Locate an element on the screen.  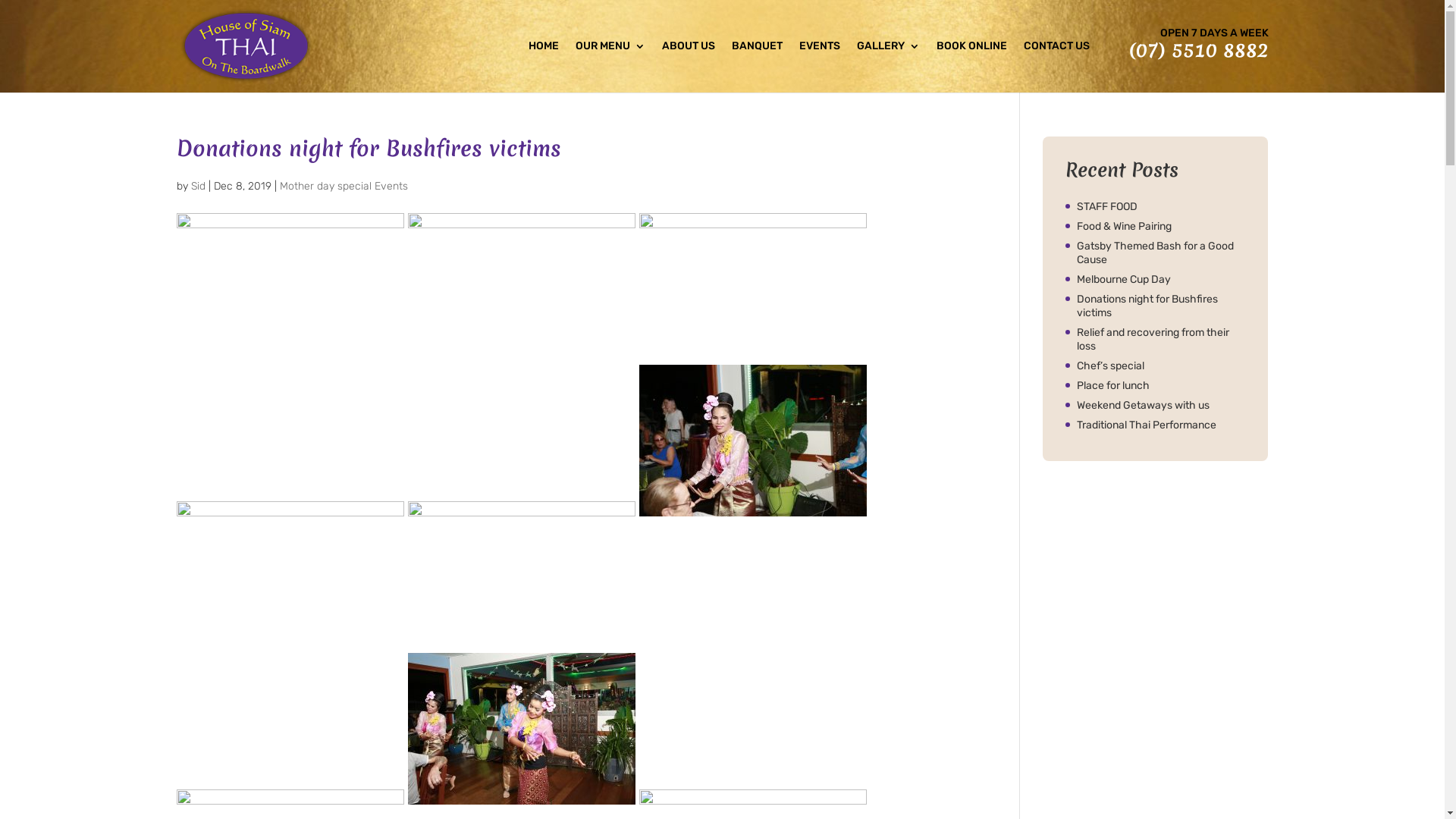
'Place for lunch' is located at coordinates (1160, 385).